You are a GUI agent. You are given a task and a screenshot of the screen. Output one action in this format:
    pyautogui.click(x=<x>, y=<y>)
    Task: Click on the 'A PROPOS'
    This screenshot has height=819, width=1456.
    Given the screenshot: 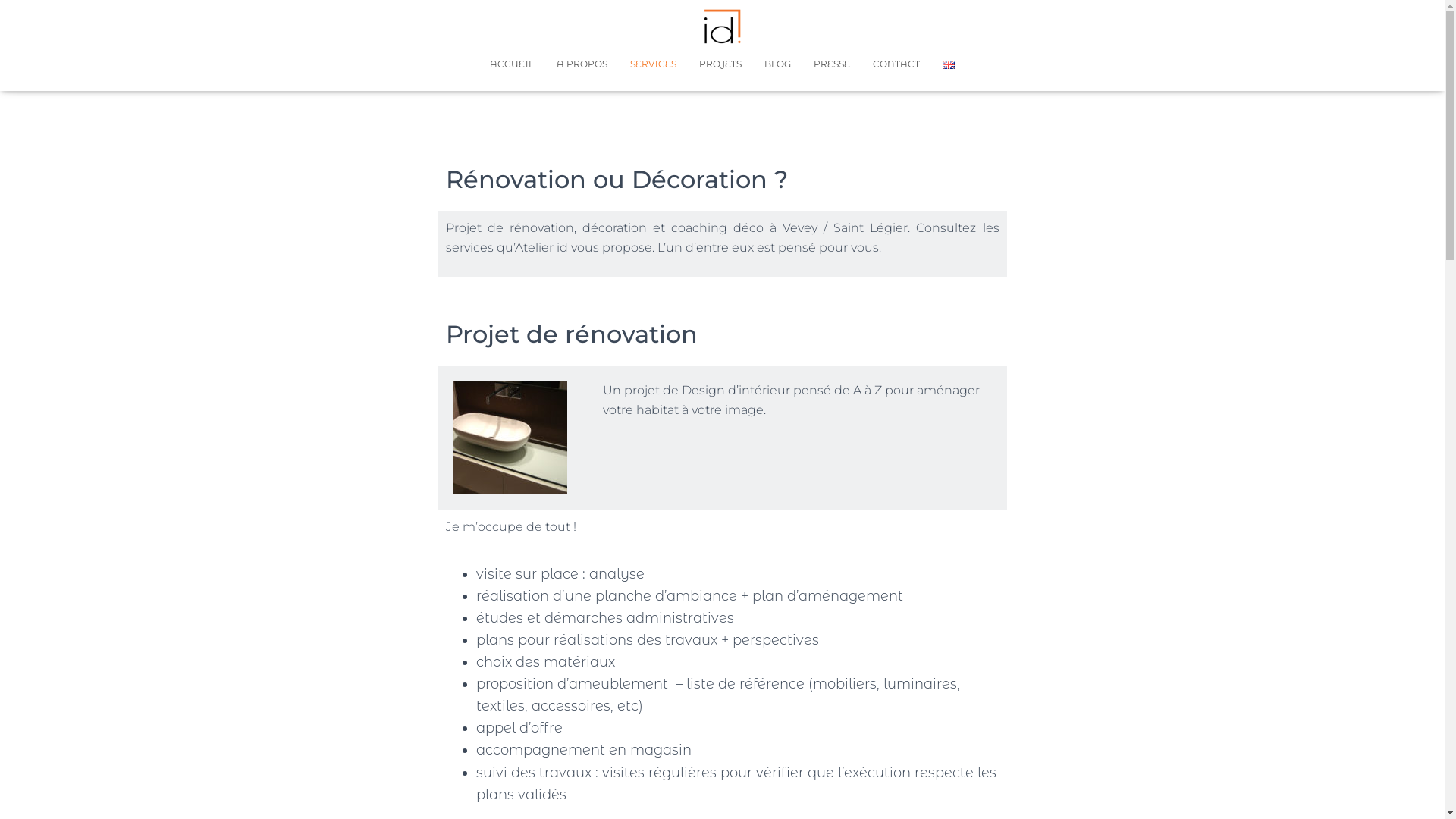 What is the action you would take?
    pyautogui.click(x=581, y=63)
    